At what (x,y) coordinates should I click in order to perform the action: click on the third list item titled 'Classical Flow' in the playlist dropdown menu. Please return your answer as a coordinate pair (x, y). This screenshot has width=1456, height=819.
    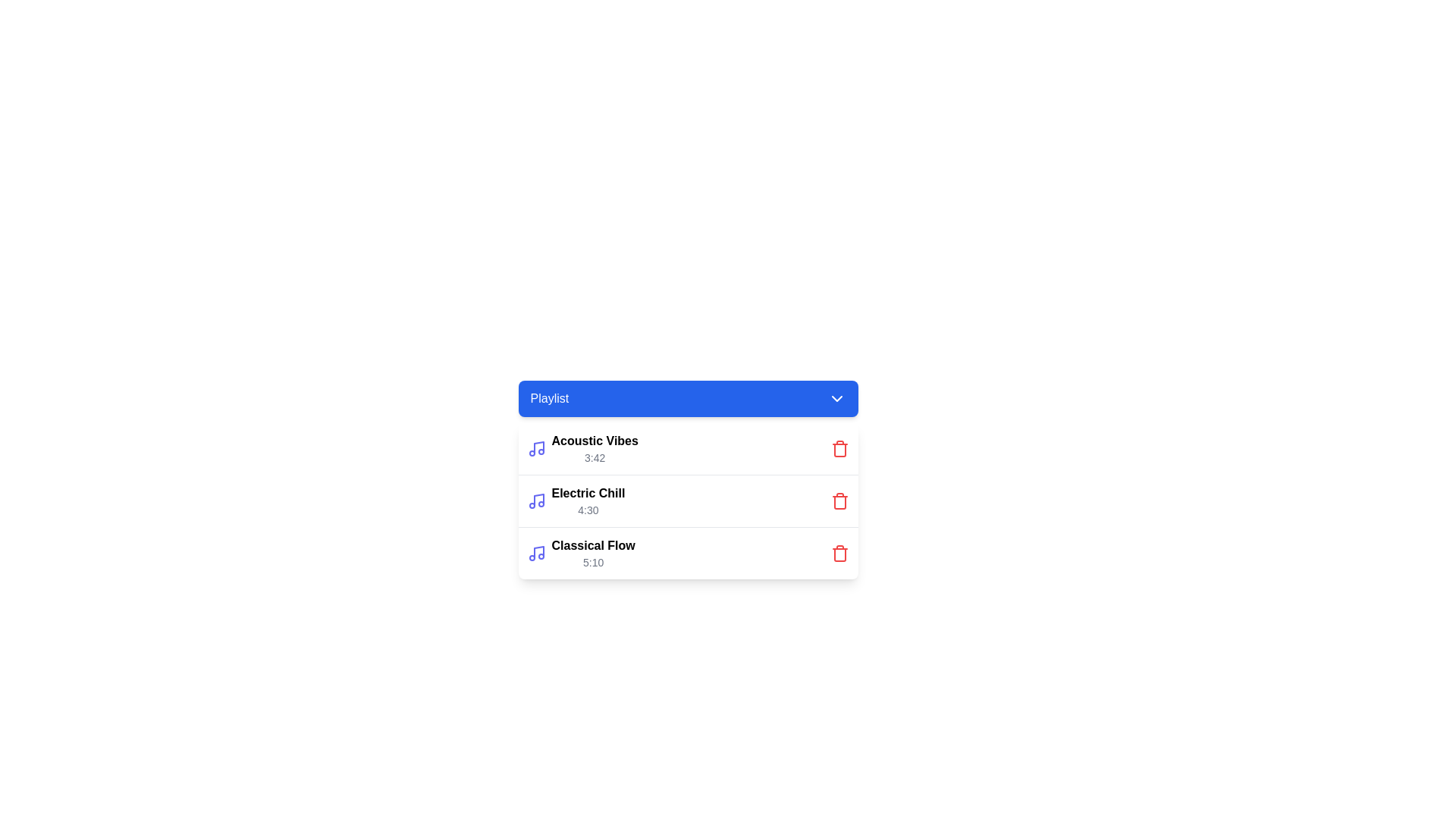
    Looking at the image, I should click on (687, 553).